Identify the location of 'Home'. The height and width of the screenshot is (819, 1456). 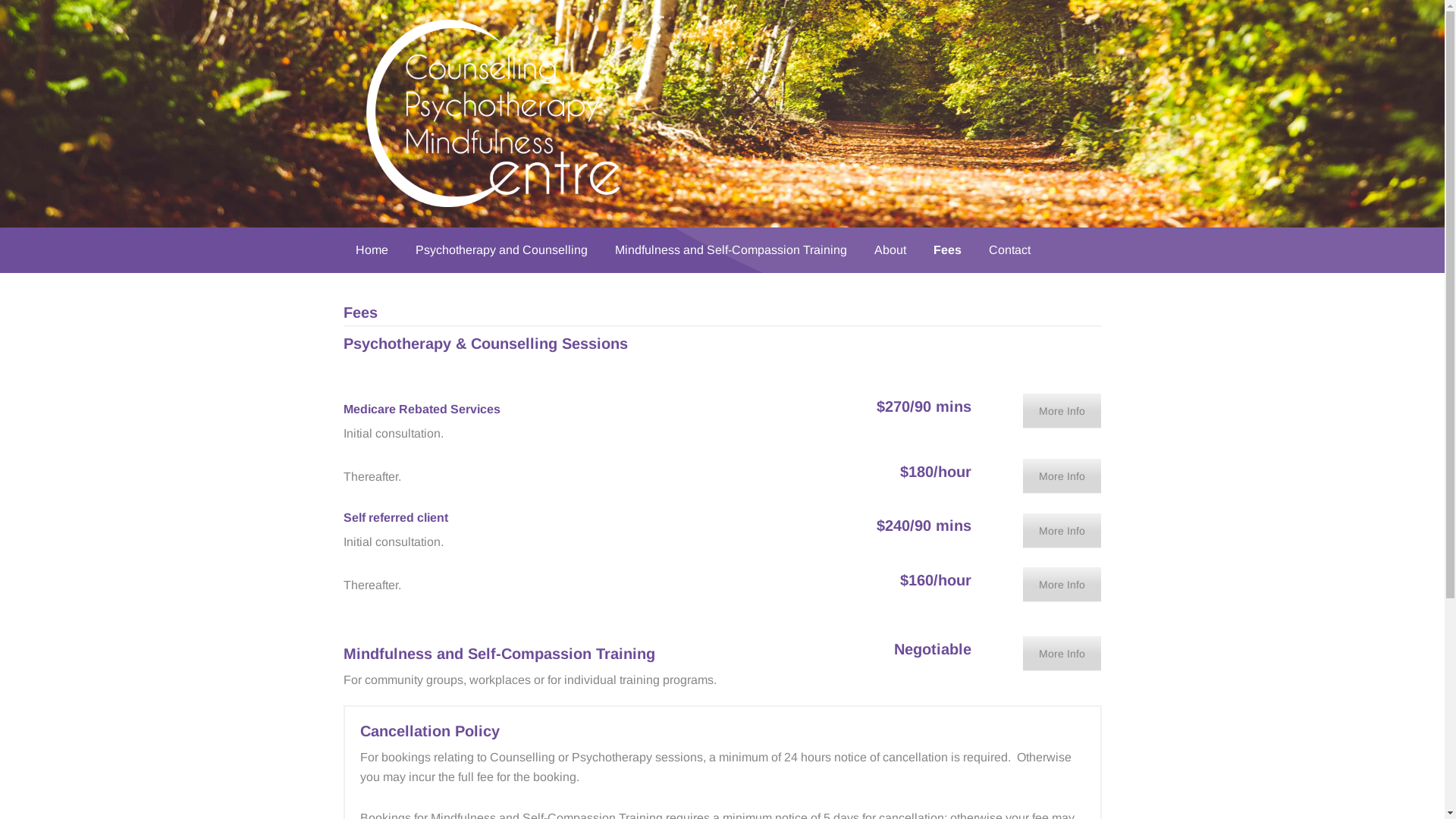
(371, 249).